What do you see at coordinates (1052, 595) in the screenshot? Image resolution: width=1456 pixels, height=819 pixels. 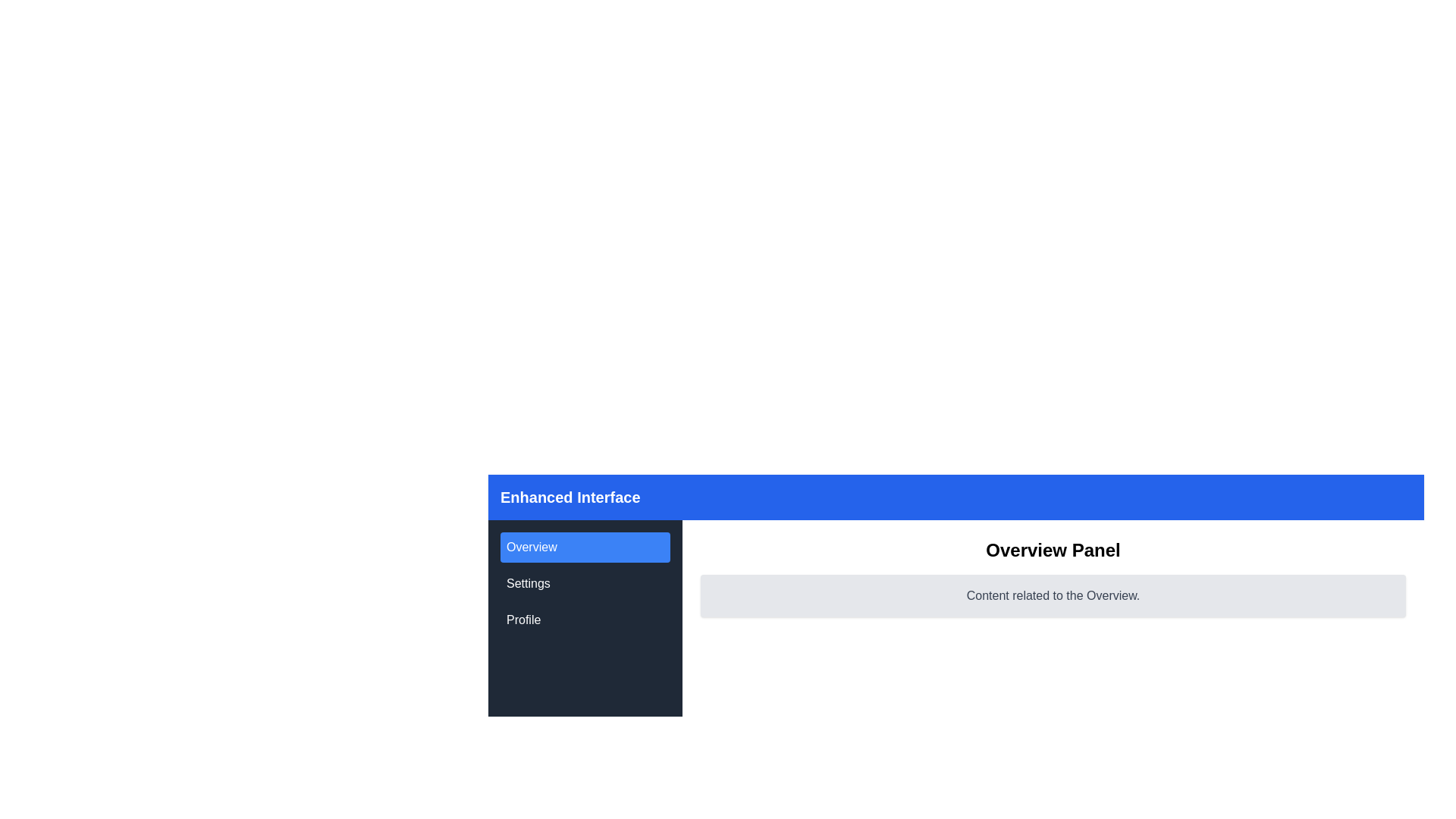 I see `the static text content in the 'Overview Panel' section, which is centrally located in a light gray rectangular box beneath the 'Overview Panel' title` at bounding box center [1052, 595].